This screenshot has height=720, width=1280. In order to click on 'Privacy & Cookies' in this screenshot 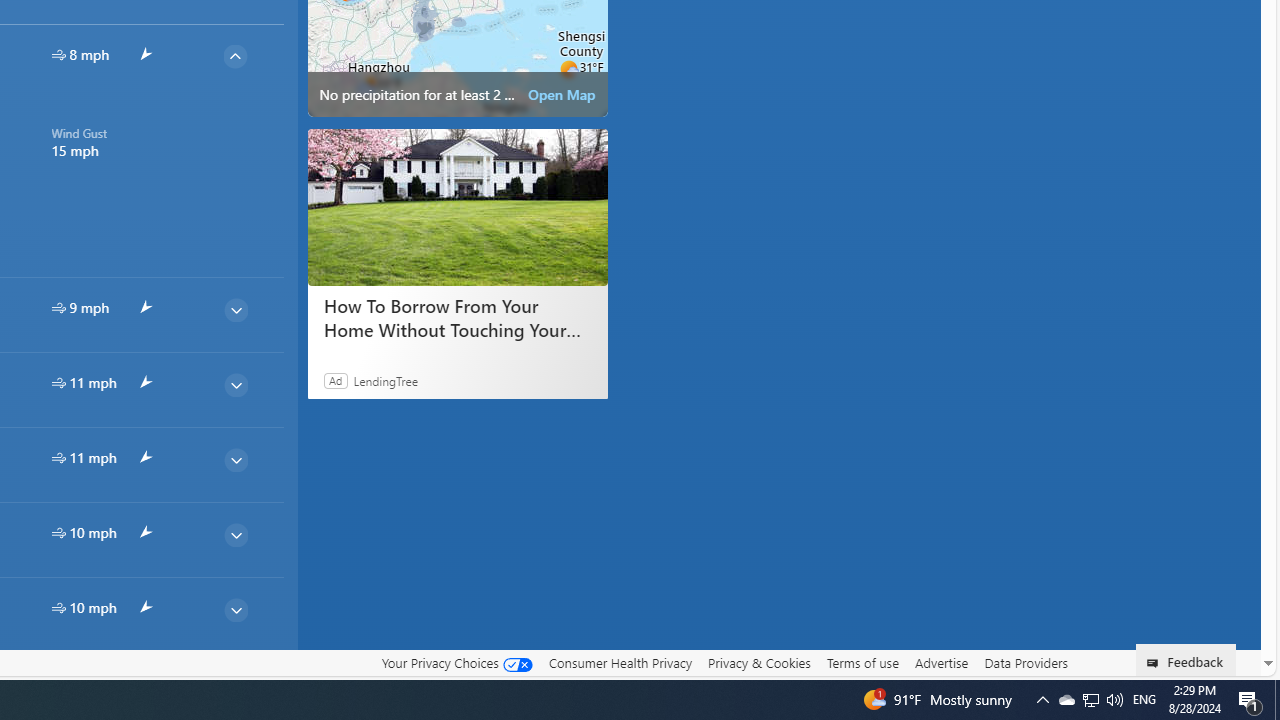, I will do `click(758, 662)`.